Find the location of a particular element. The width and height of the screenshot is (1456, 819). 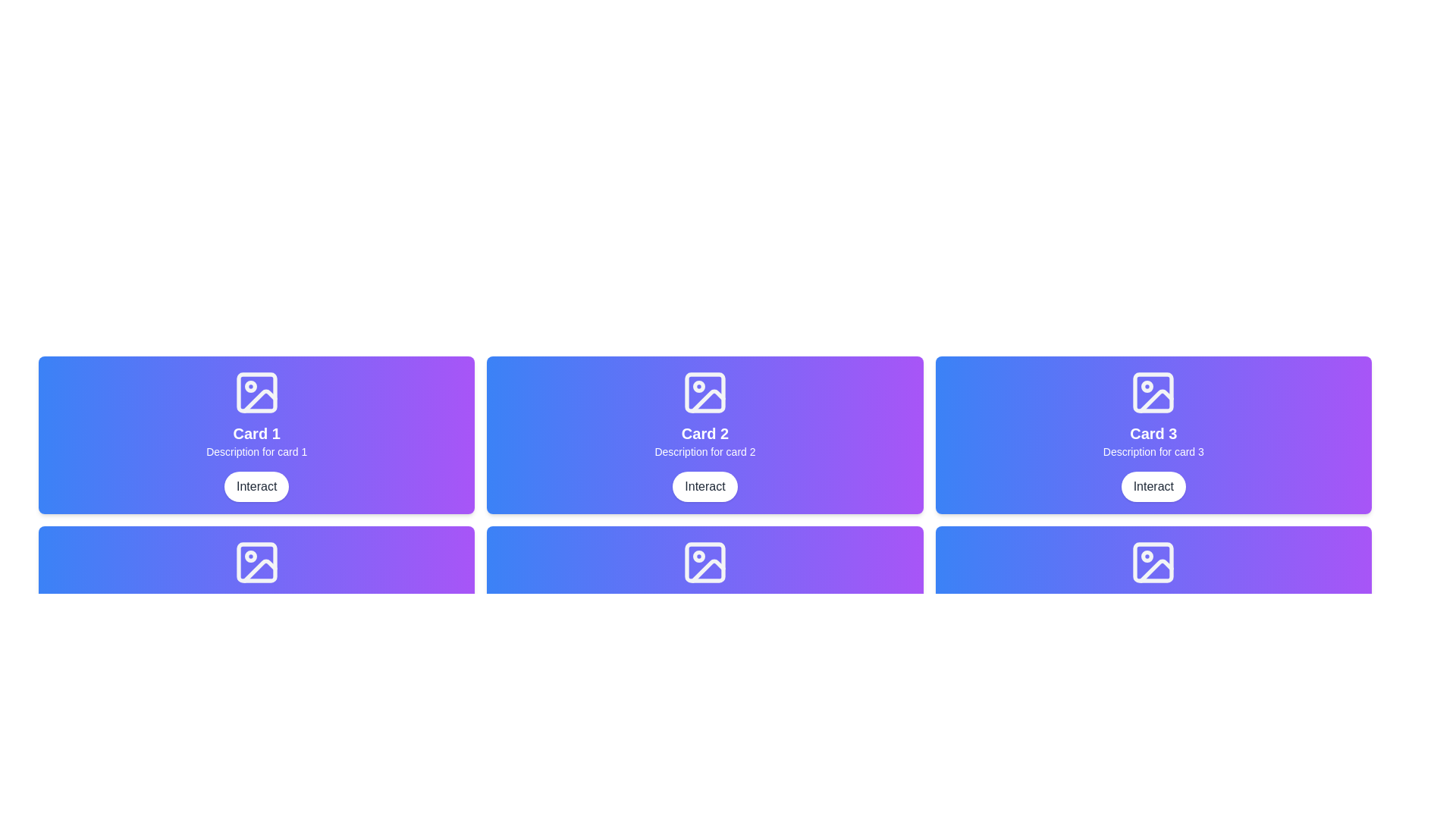

the Icon component of the image icon located in the top section of Card 3, which visually contributes to the representation of the image is located at coordinates (1153, 391).